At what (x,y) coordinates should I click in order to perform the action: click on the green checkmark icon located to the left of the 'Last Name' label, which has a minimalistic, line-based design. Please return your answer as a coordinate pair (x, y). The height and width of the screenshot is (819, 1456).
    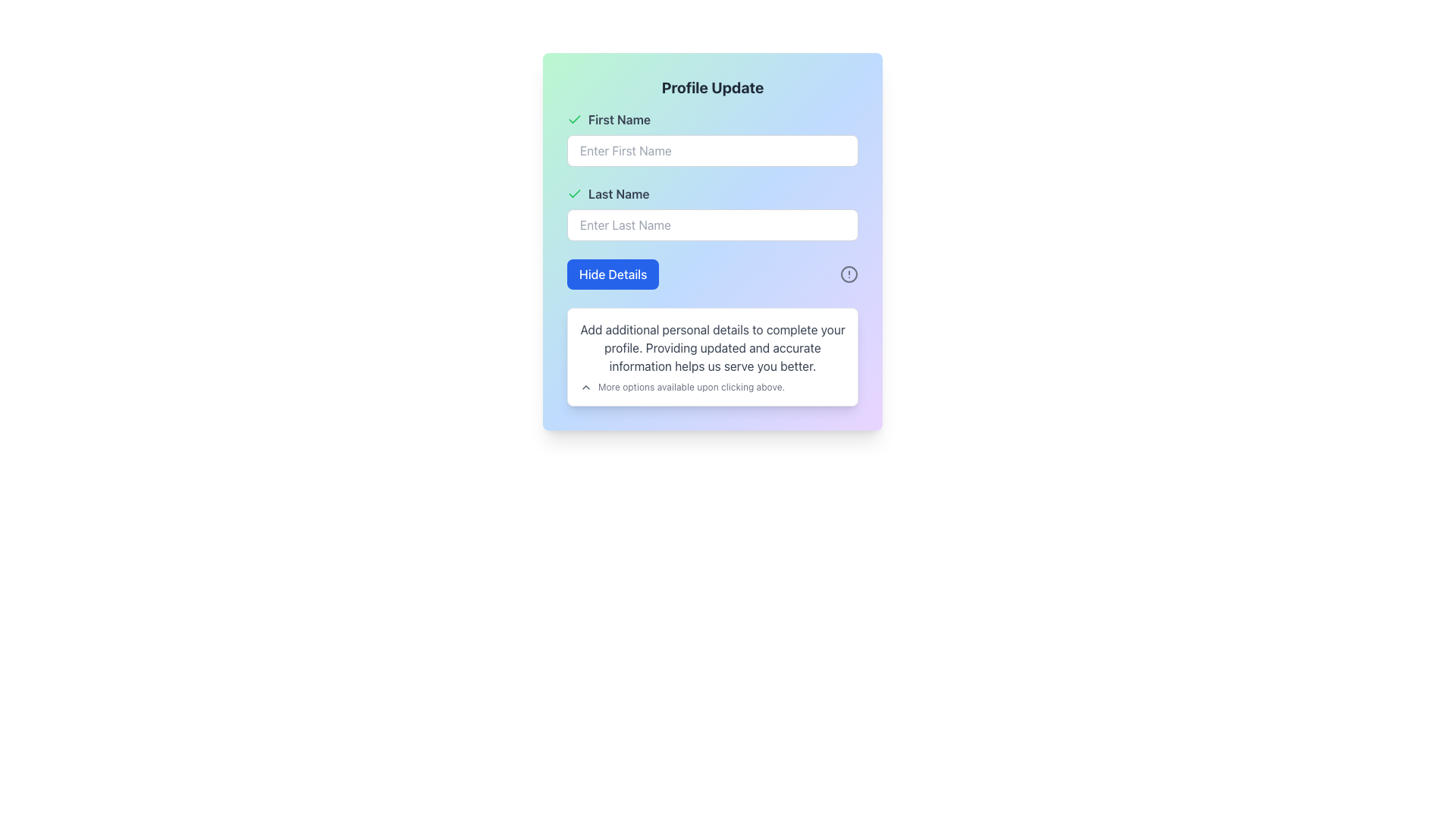
    Looking at the image, I should click on (574, 193).